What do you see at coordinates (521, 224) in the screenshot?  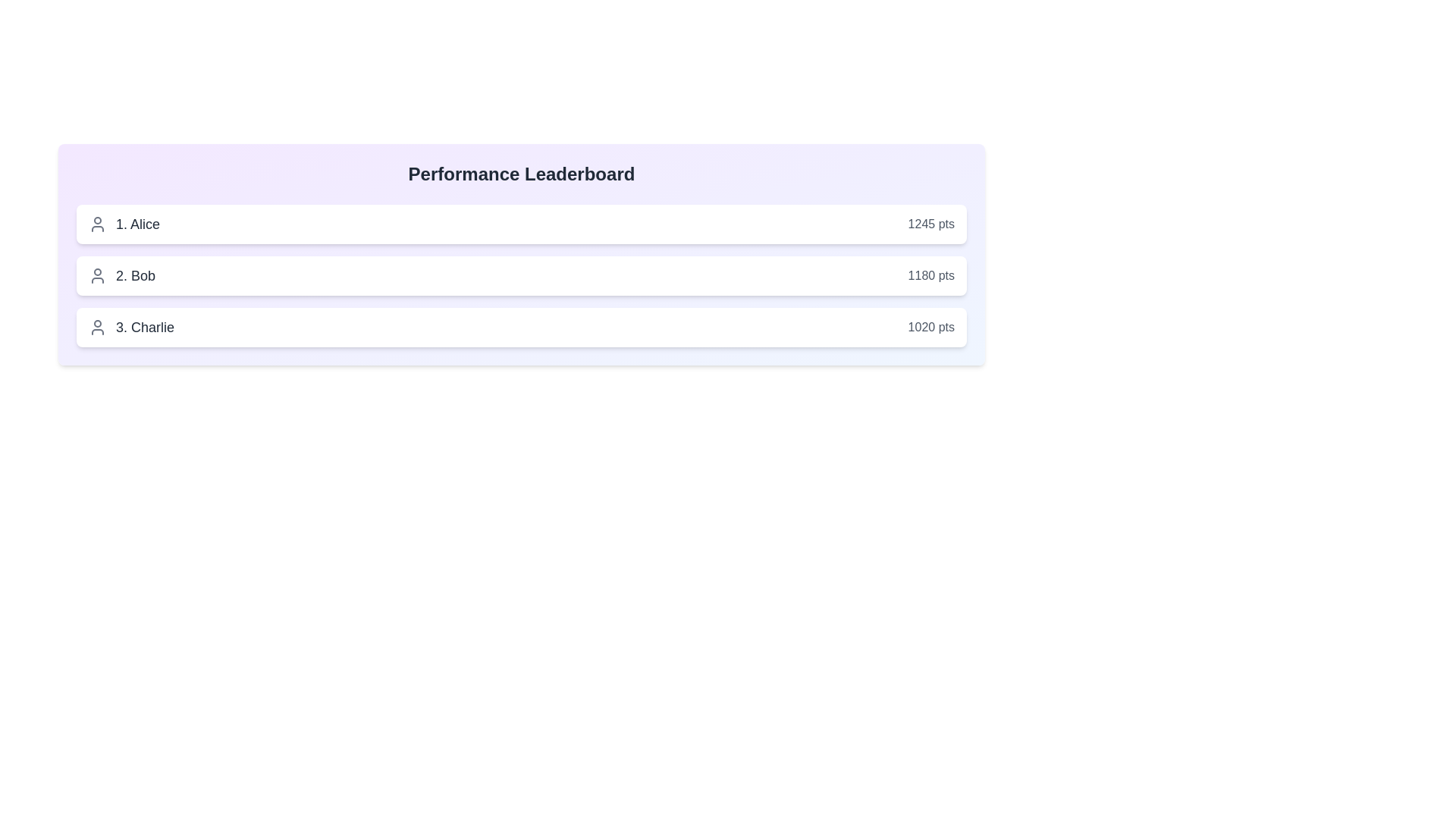 I see `the user entry for Alice` at bounding box center [521, 224].